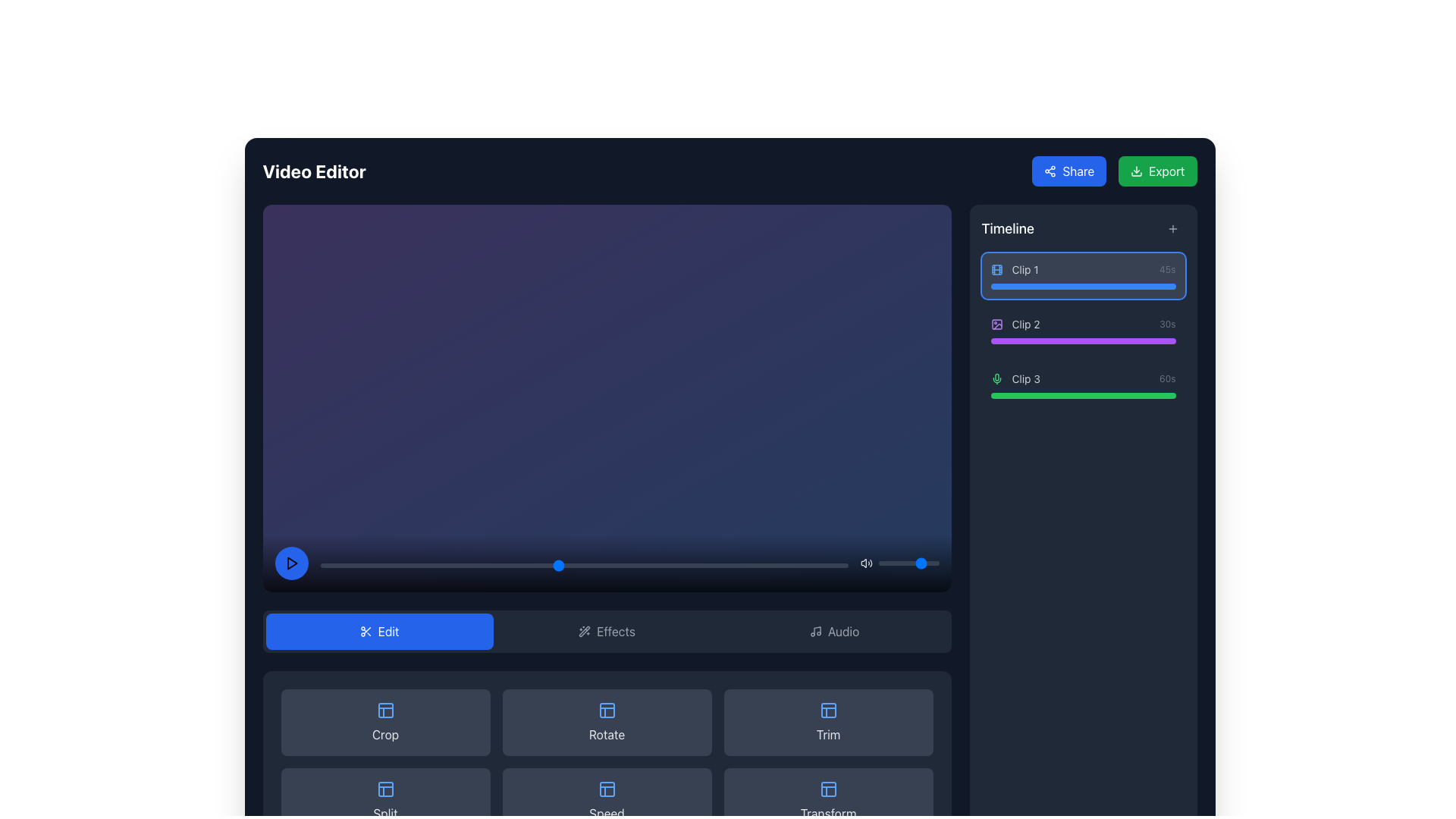  What do you see at coordinates (616, 631) in the screenshot?
I see `the 'Effects' button, which is located on the navigation bar below the video editor interface, to possibly display a tooltip` at bounding box center [616, 631].